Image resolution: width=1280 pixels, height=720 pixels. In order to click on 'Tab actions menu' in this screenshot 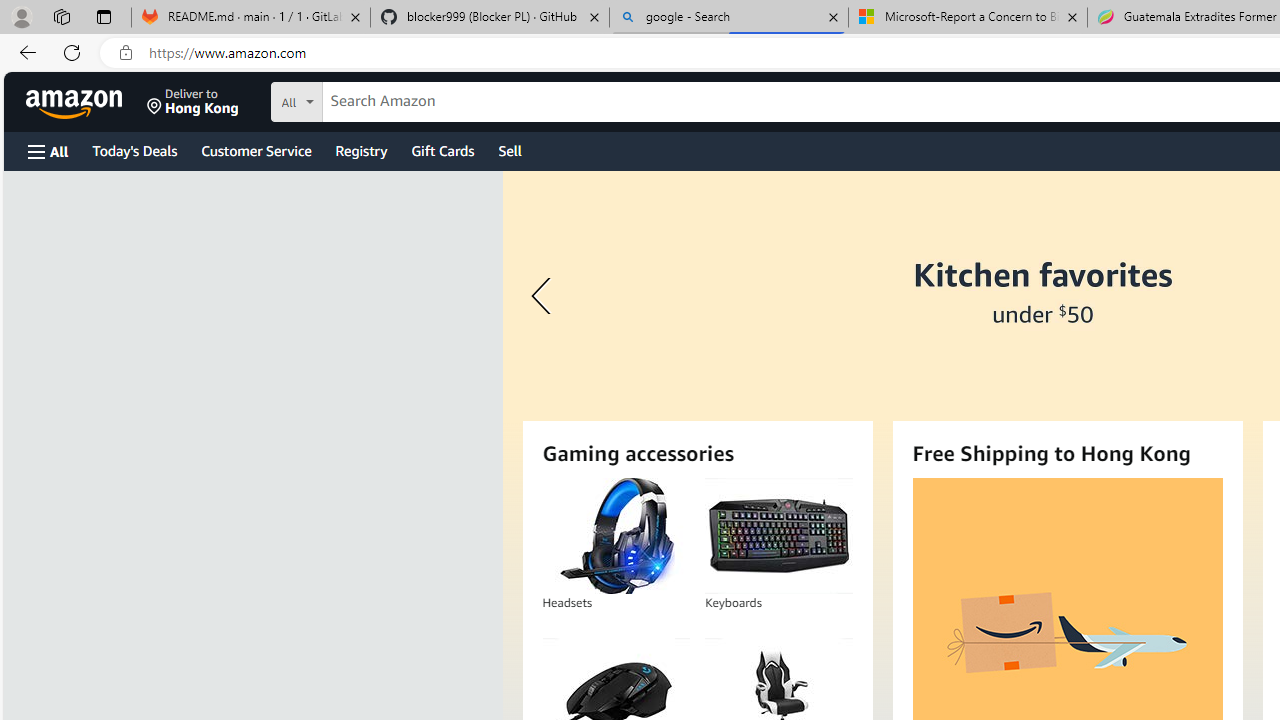, I will do `click(103, 16)`.